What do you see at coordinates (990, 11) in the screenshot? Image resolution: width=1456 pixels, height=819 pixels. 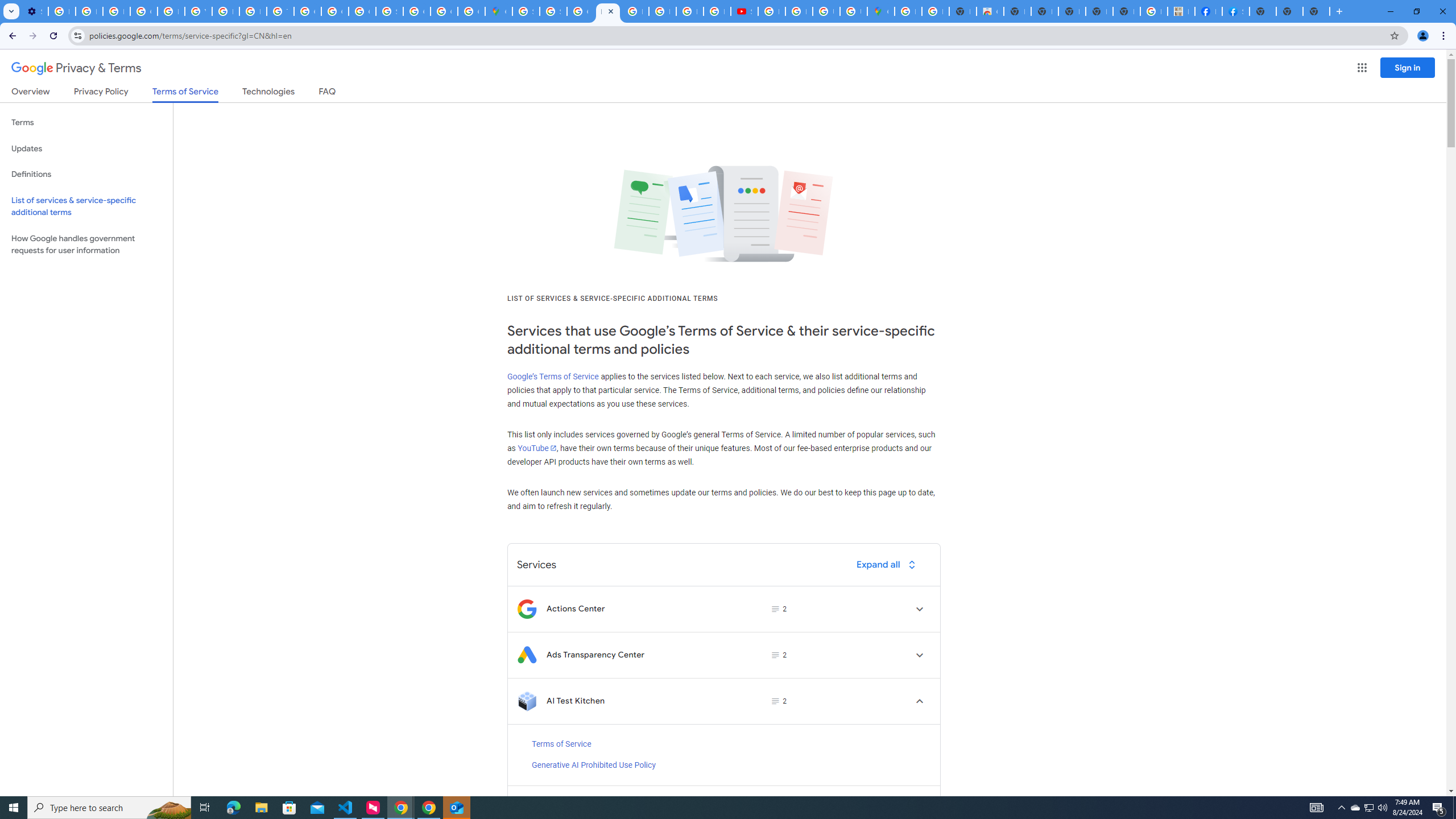 I see `'Chrome Web Store'` at bounding box center [990, 11].